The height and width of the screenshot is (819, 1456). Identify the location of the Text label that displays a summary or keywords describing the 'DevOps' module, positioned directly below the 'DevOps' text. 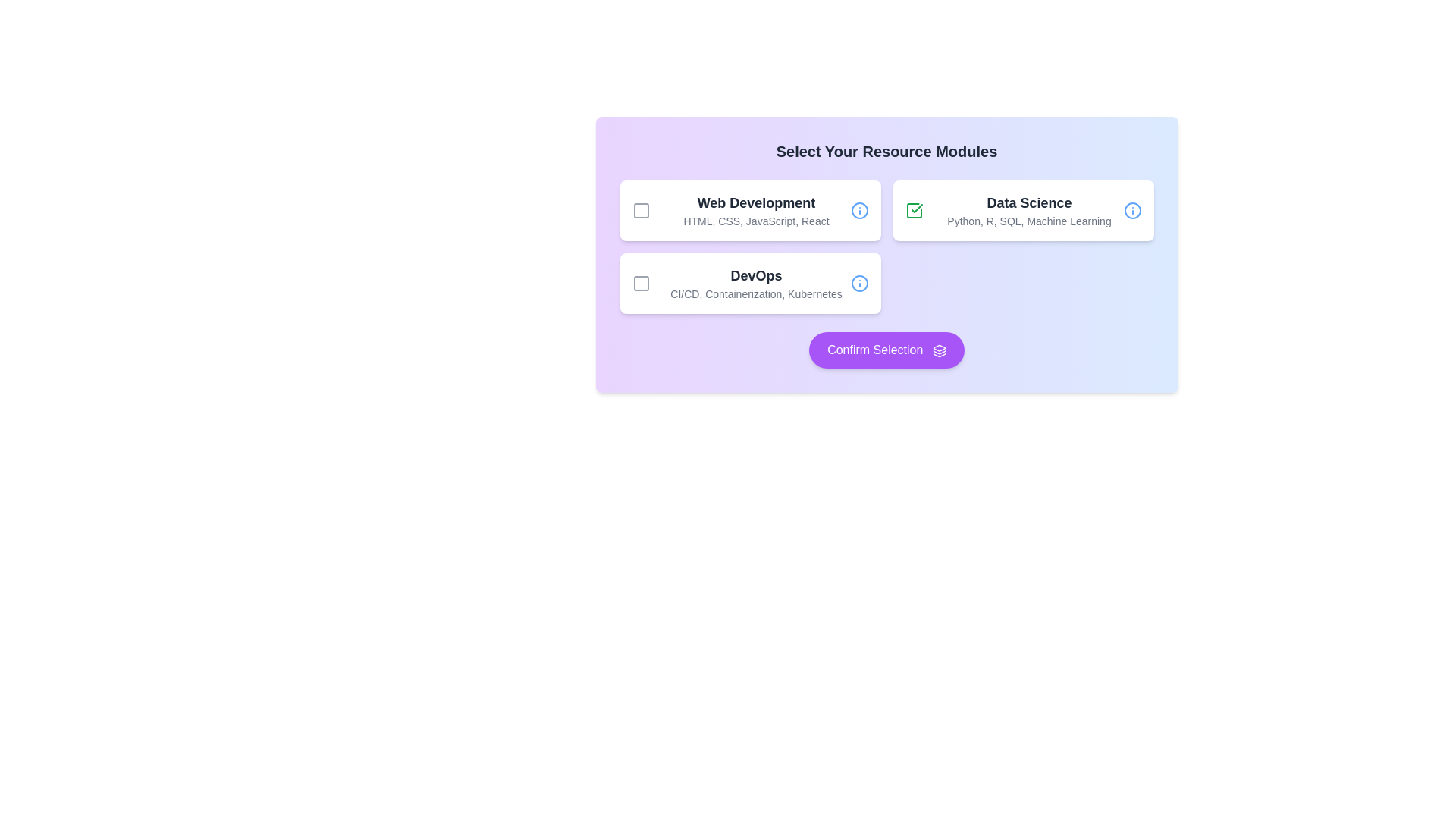
(756, 294).